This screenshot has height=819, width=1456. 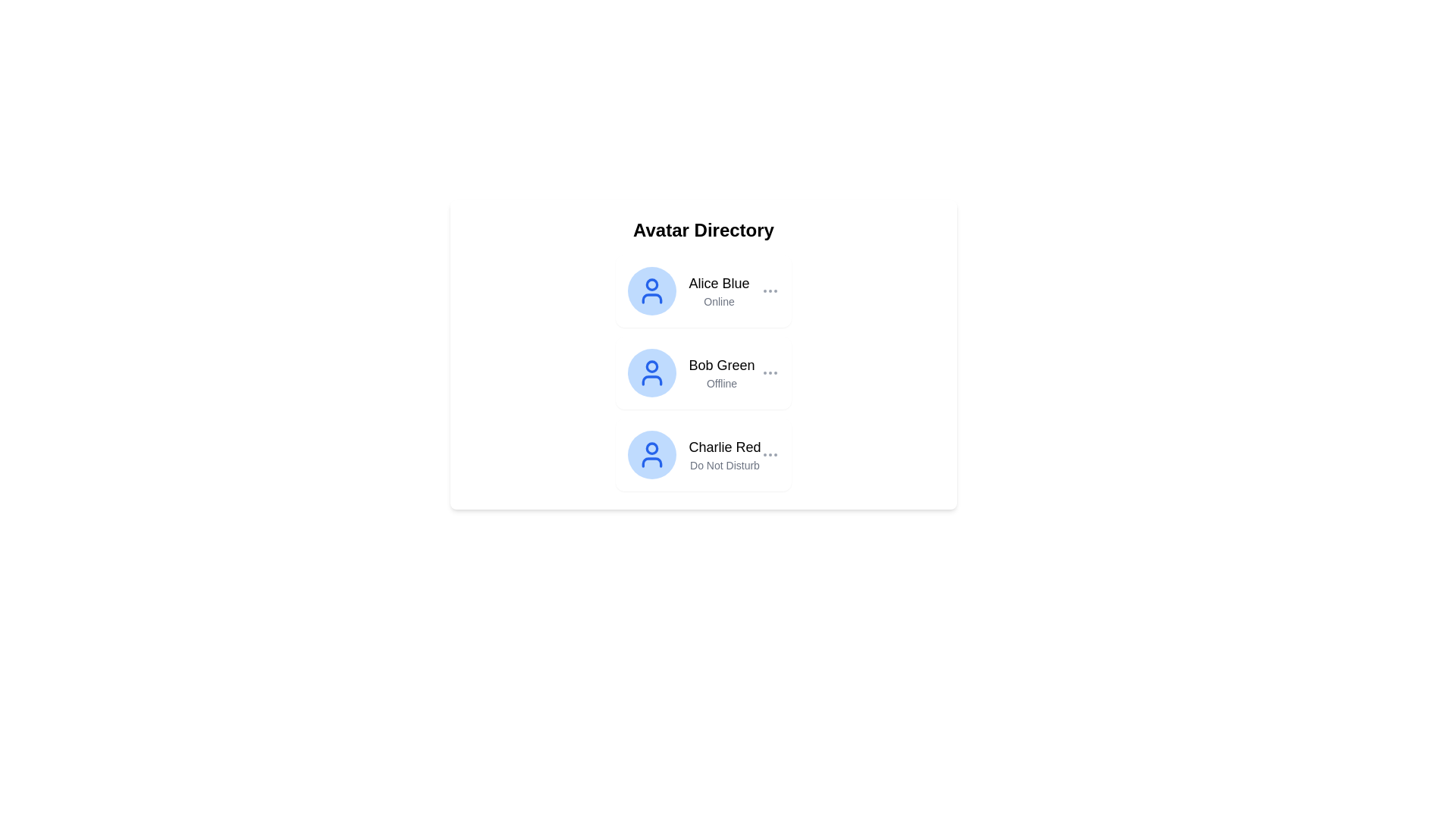 I want to click on on the text label identifying the name of an entity in the second position of the vertical list, located, so click(x=720, y=366).